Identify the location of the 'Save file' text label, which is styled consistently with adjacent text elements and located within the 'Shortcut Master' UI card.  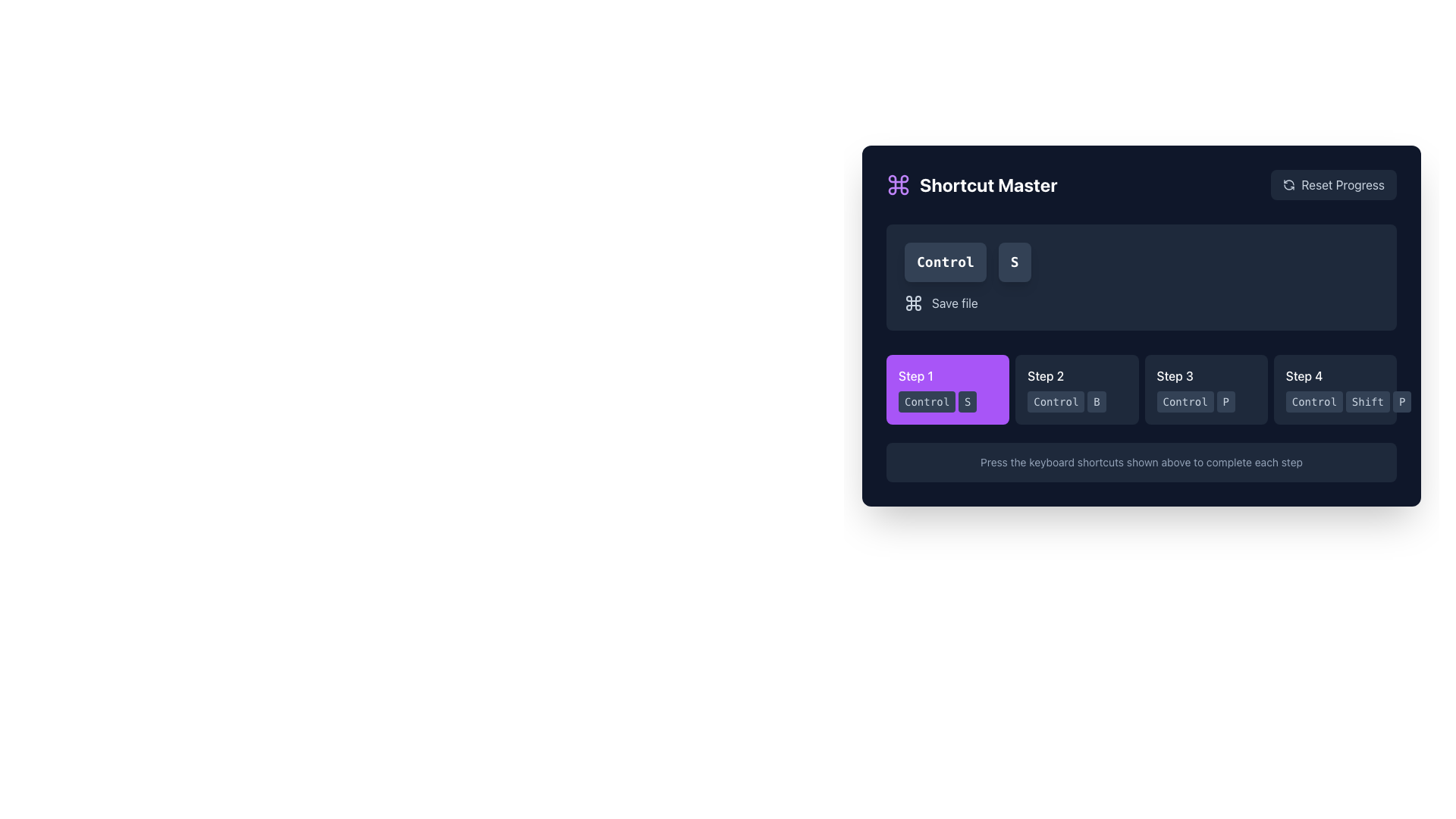
(954, 303).